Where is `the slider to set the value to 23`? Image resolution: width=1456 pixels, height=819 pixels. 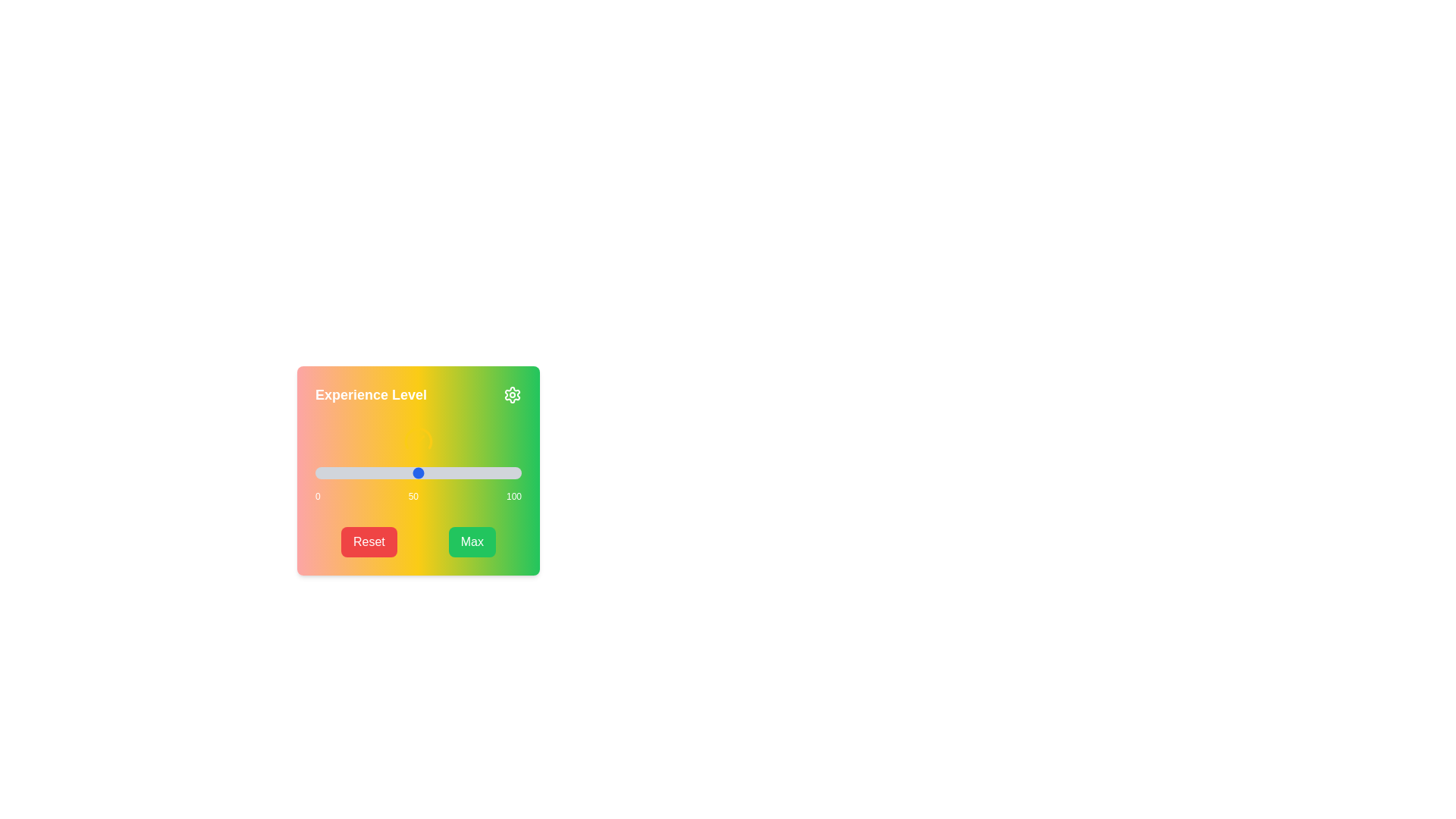
the slider to set the value to 23 is located at coordinates (362, 472).